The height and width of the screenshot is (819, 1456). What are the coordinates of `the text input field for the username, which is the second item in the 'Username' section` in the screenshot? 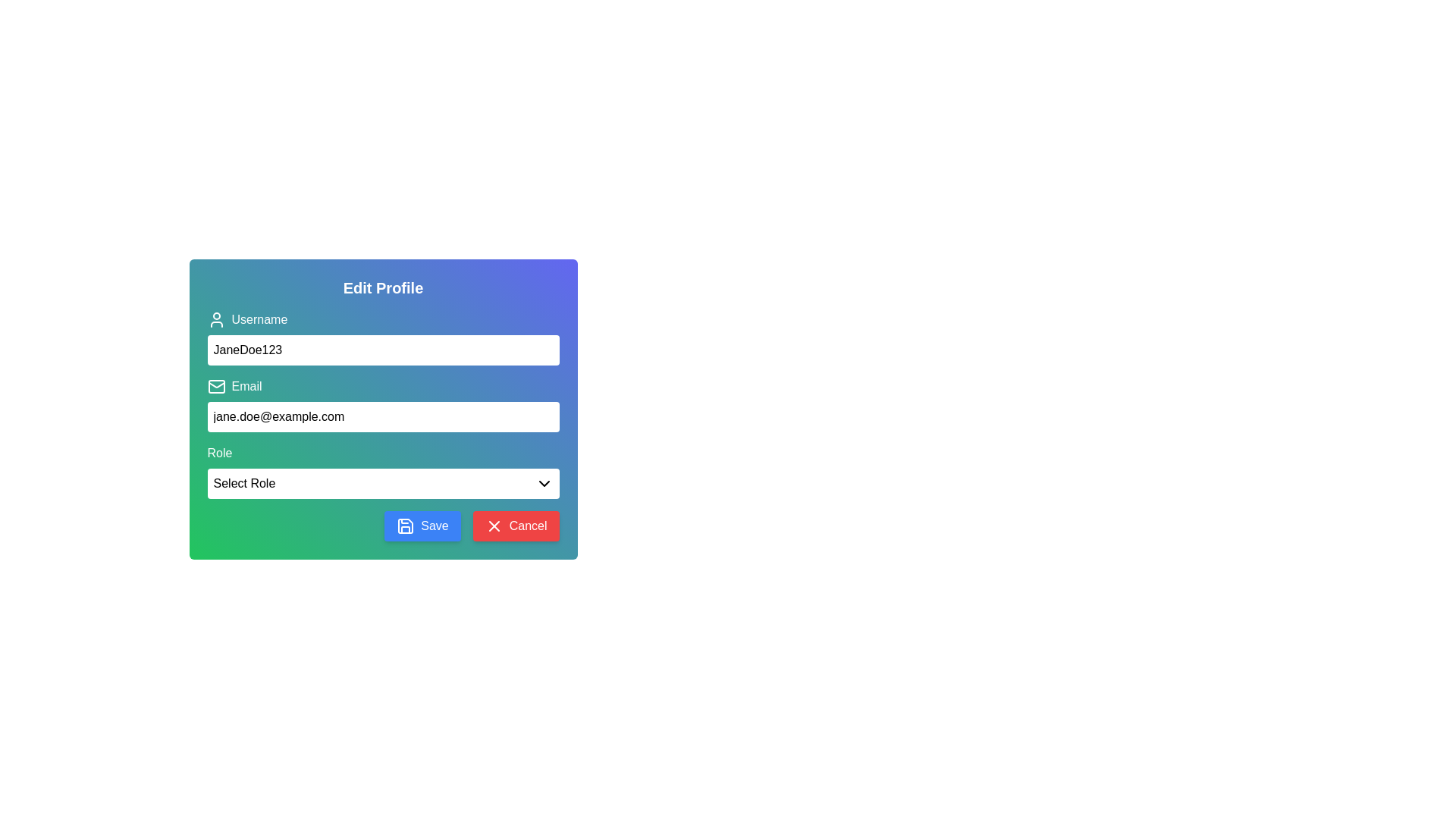 It's located at (383, 337).